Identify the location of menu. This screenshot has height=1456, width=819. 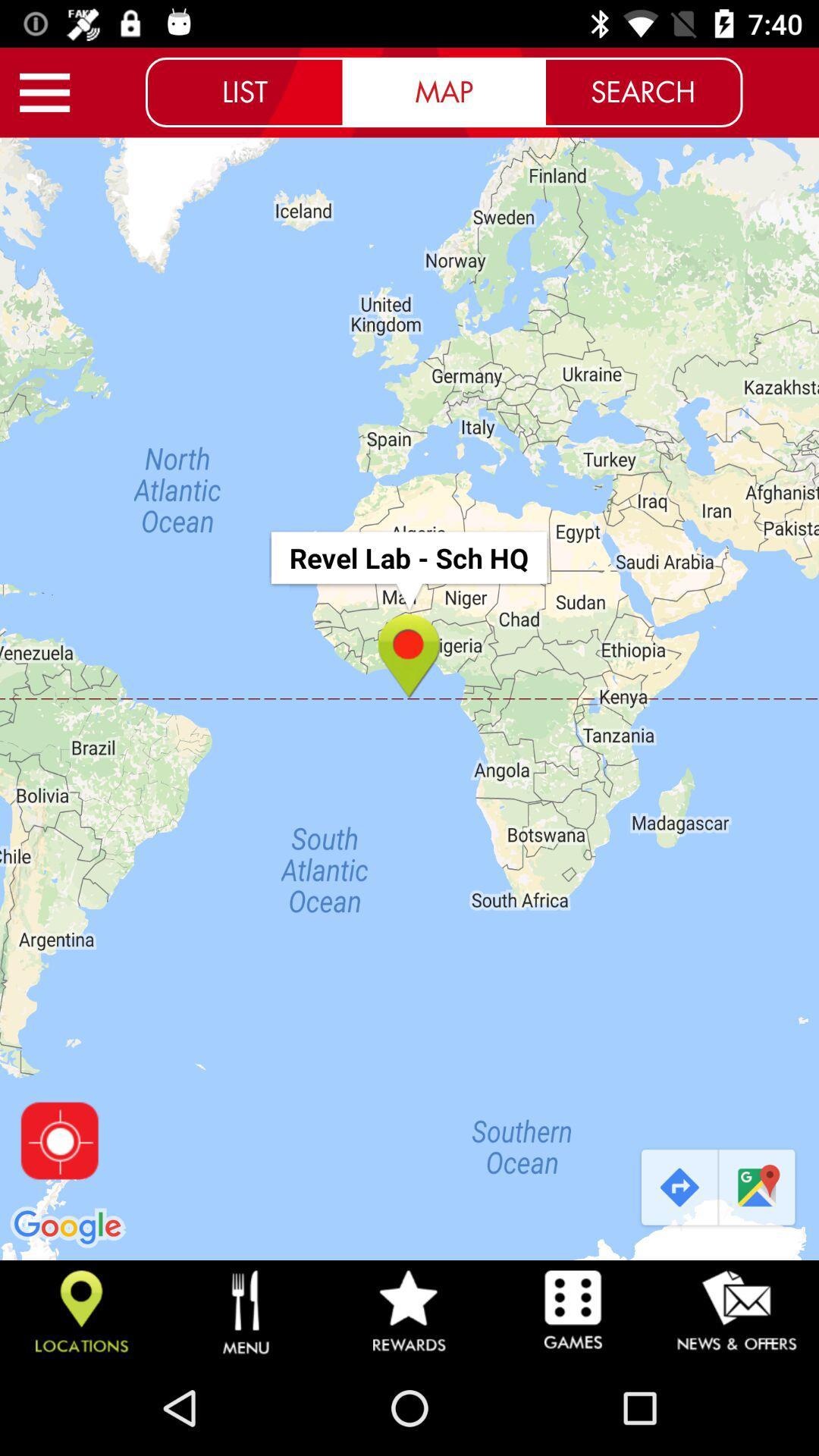
(44, 92).